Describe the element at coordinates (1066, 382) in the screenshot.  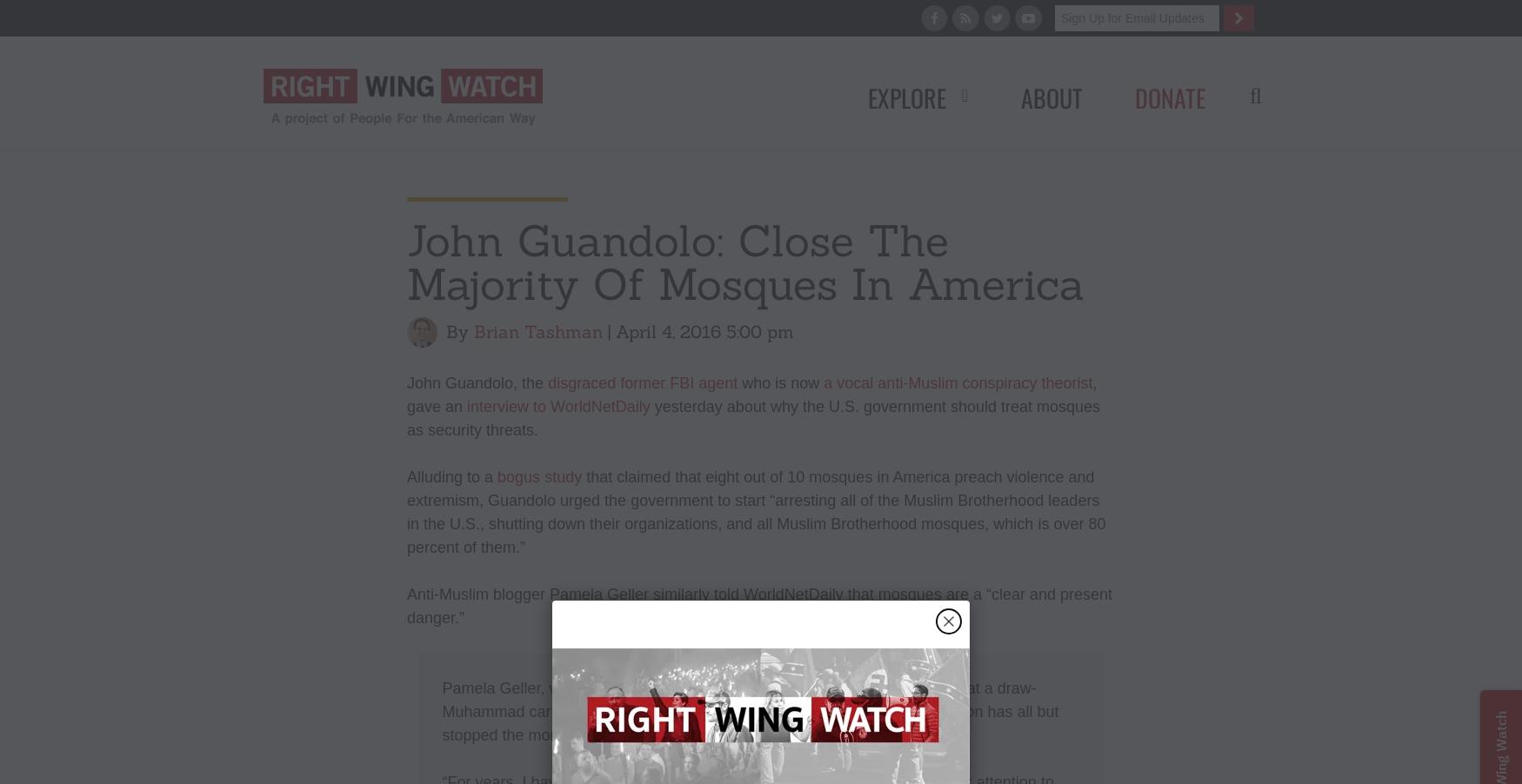
I see `'theorist'` at that location.